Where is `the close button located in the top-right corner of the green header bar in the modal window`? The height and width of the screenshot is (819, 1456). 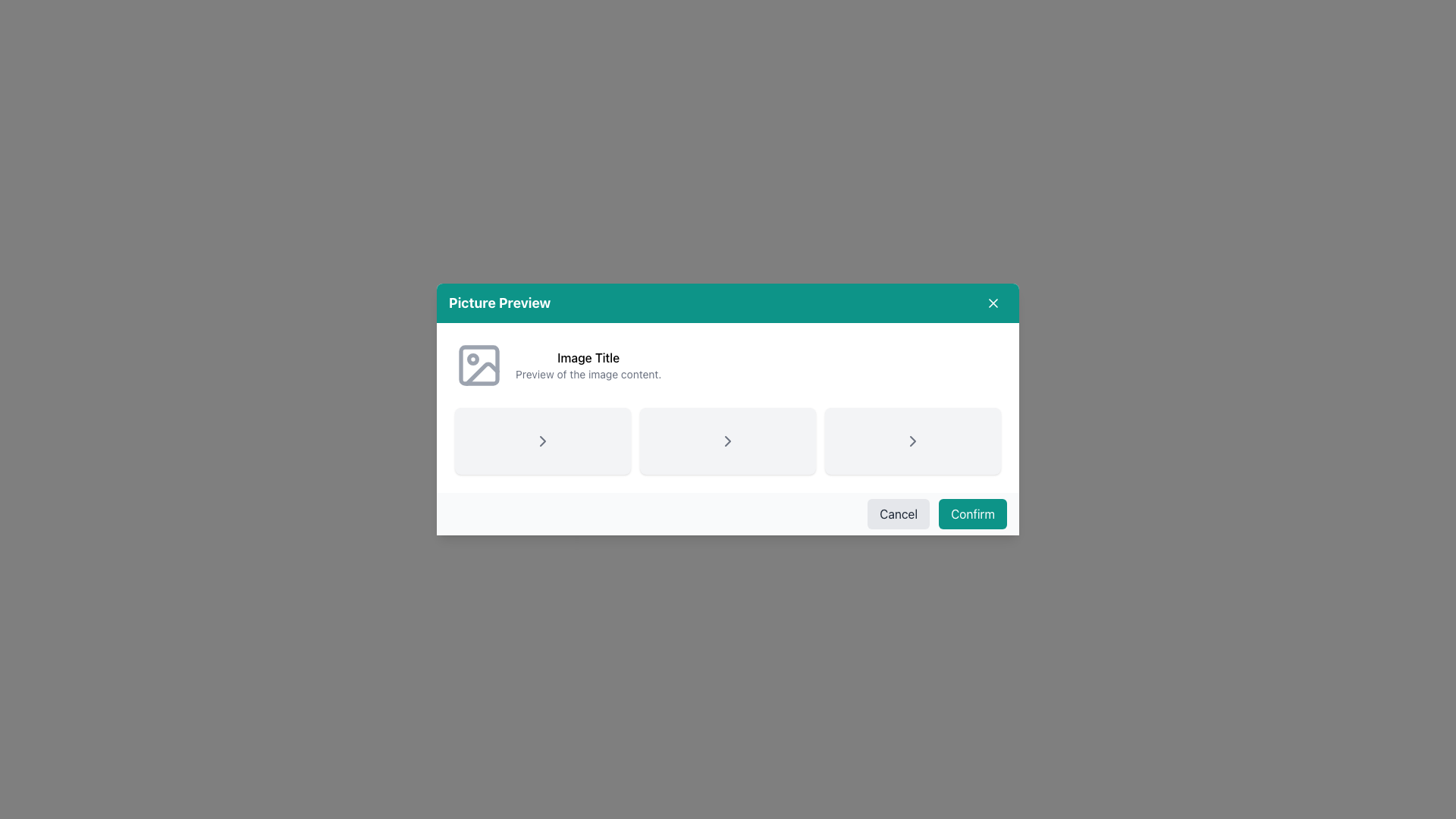
the close button located in the top-right corner of the green header bar in the modal window is located at coordinates (993, 303).